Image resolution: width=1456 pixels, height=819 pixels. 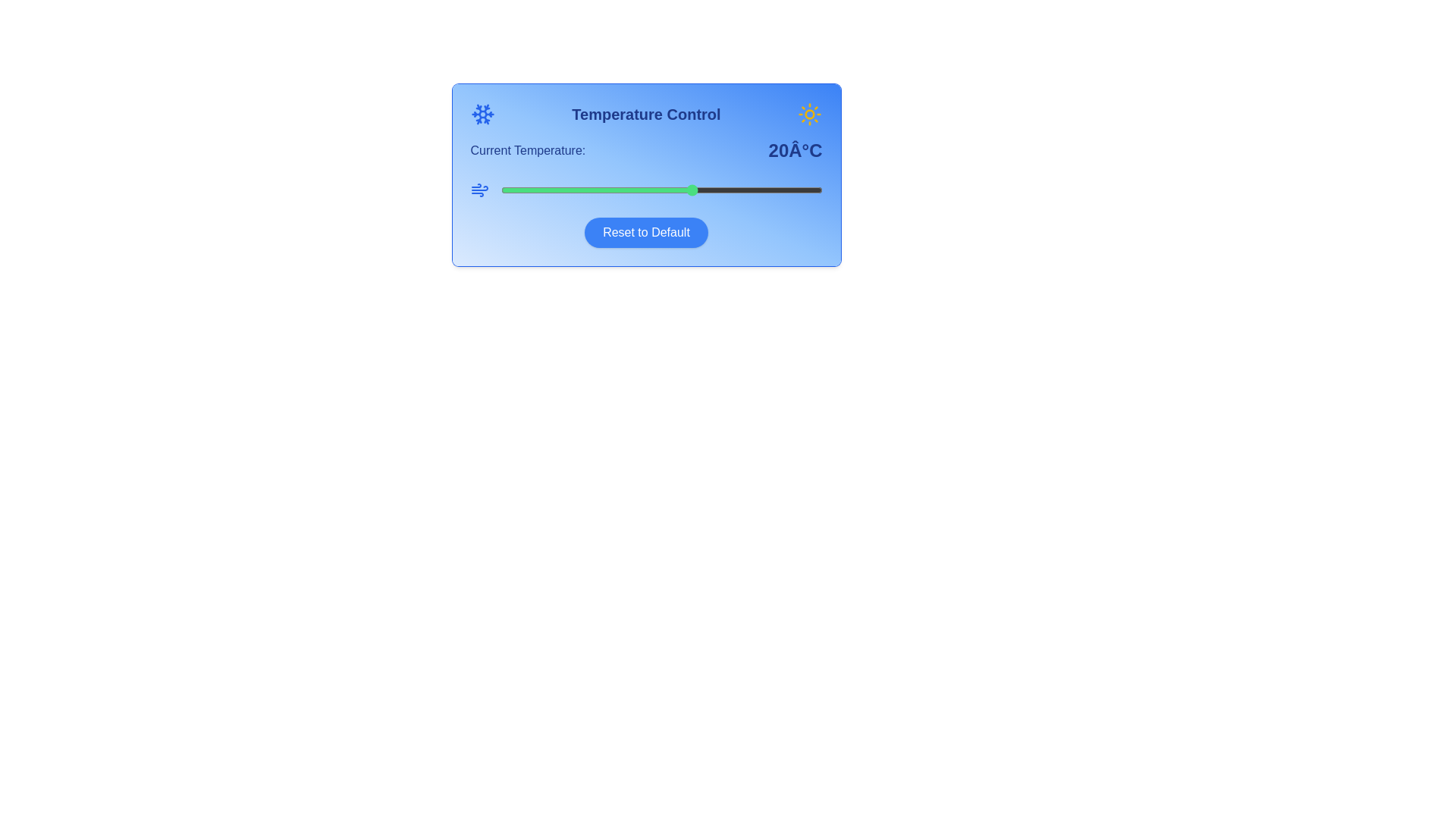 I want to click on the reset temperature settings button located at the bottom center of the temperature control interface, so click(x=646, y=233).